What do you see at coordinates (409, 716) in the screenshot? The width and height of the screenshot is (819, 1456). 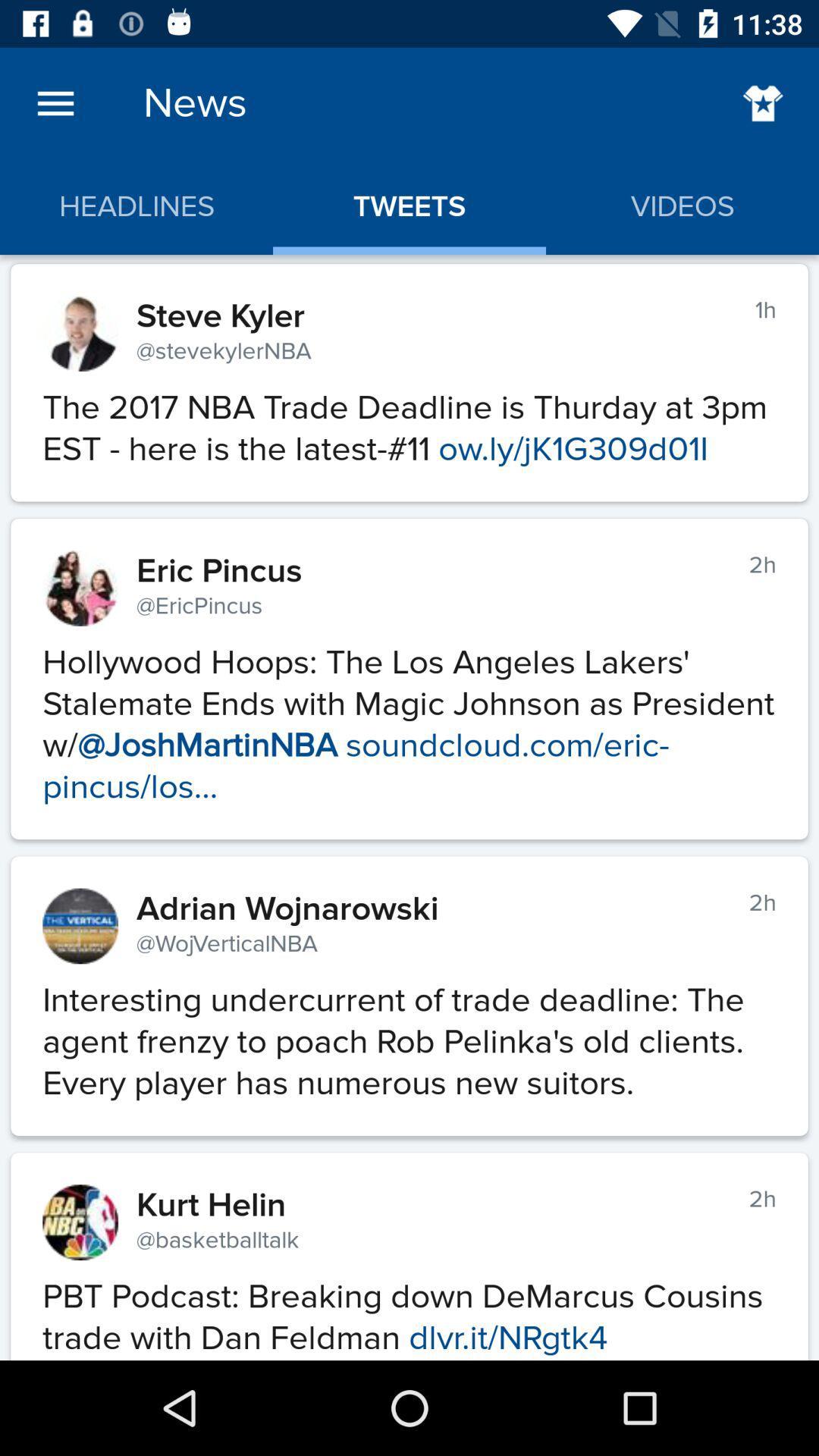 I see `the hollywood hoops the` at bounding box center [409, 716].